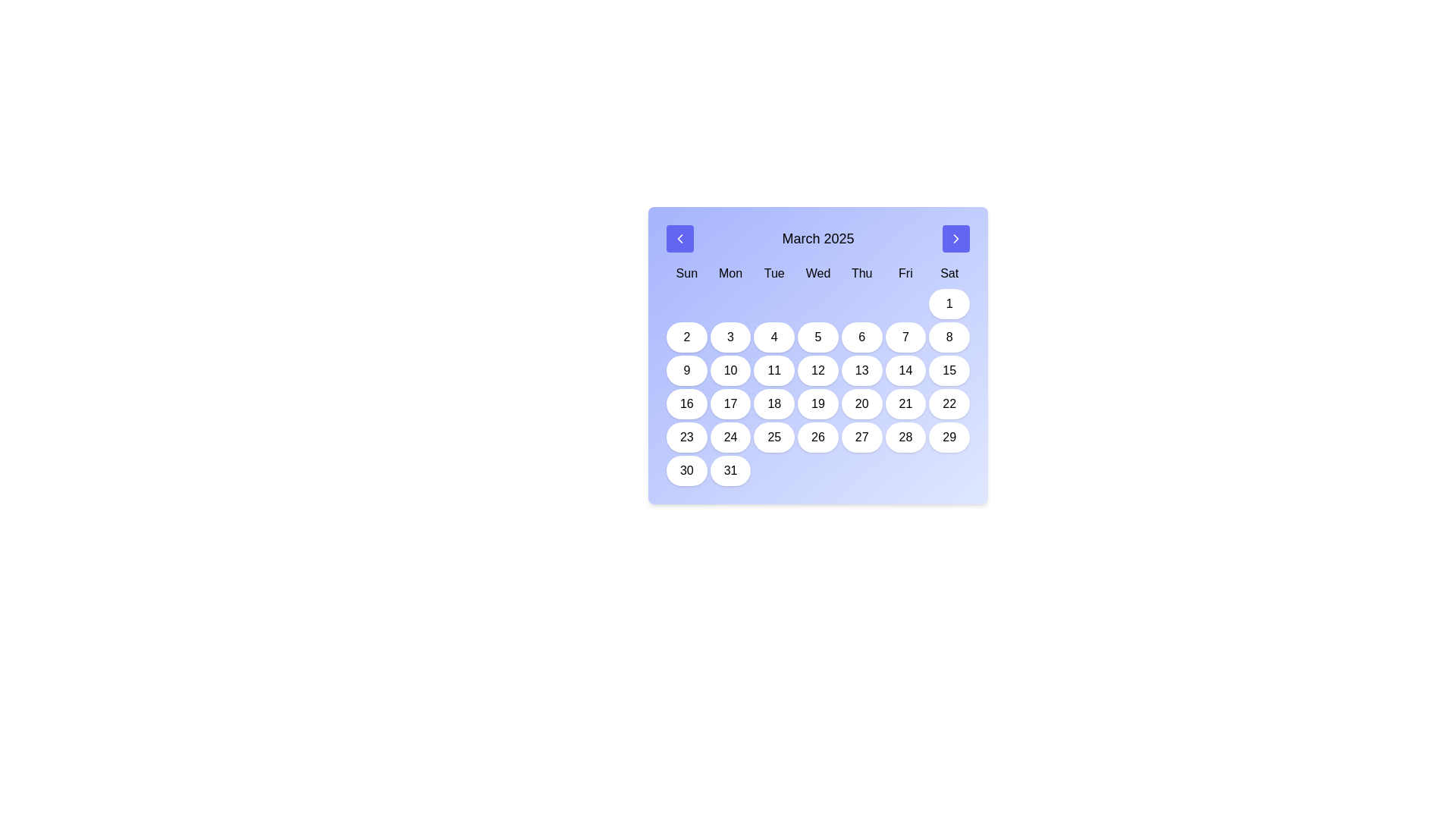 Image resolution: width=1456 pixels, height=819 pixels. What do you see at coordinates (861, 336) in the screenshot?
I see `the button representing the date '6' in the calendar, which is located in the second row and sixth column of the grid-based interface` at bounding box center [861, 336].